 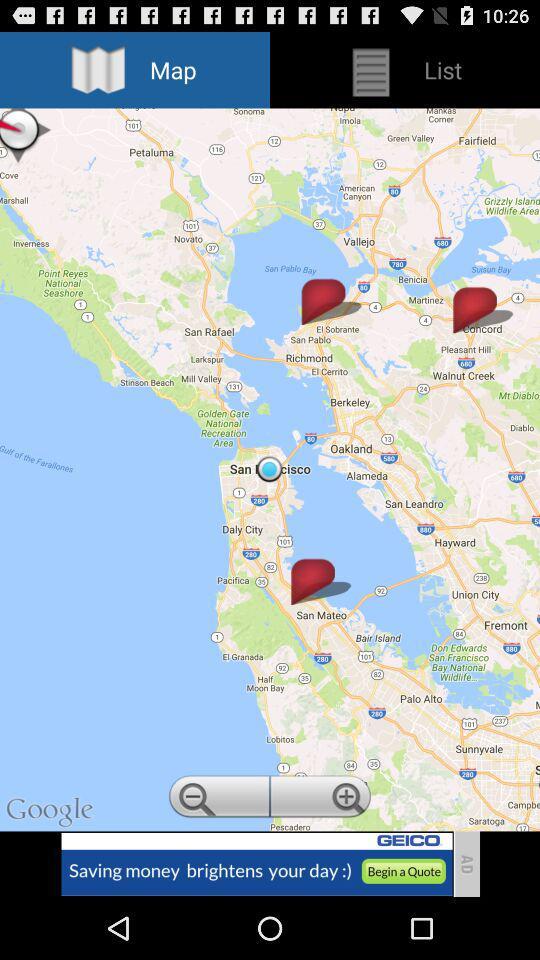 What do you see at coordinates (216, 854) in the screenshot?
I see `the zoom_out icon` at bounding box center [216, 854].